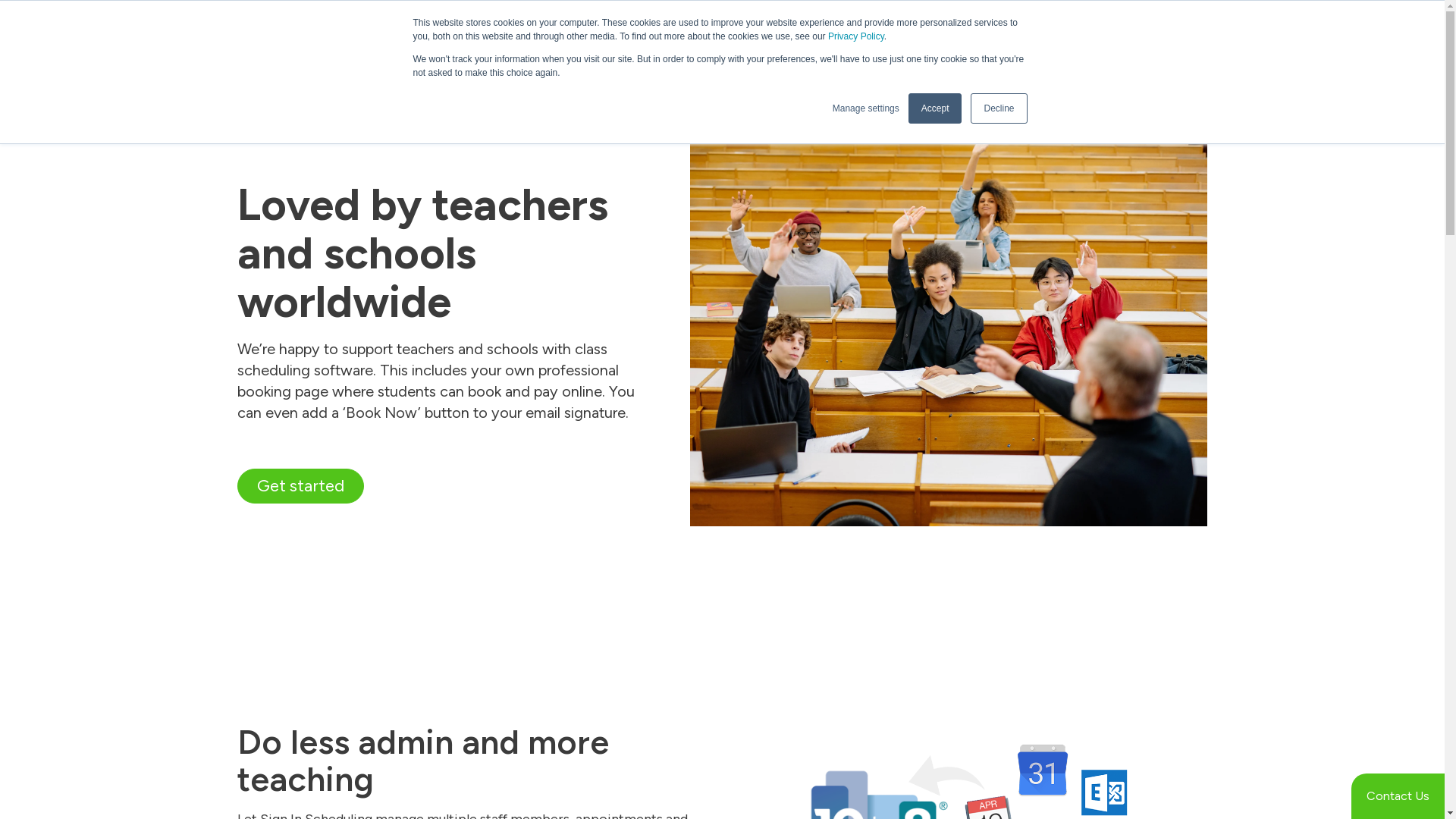 The height and width of the screenshot is (819, 1456). What do you see at coordinates (855, 35) in the screenshot?
I see `'Privacy Policy'` at bounding box center [855, 35].